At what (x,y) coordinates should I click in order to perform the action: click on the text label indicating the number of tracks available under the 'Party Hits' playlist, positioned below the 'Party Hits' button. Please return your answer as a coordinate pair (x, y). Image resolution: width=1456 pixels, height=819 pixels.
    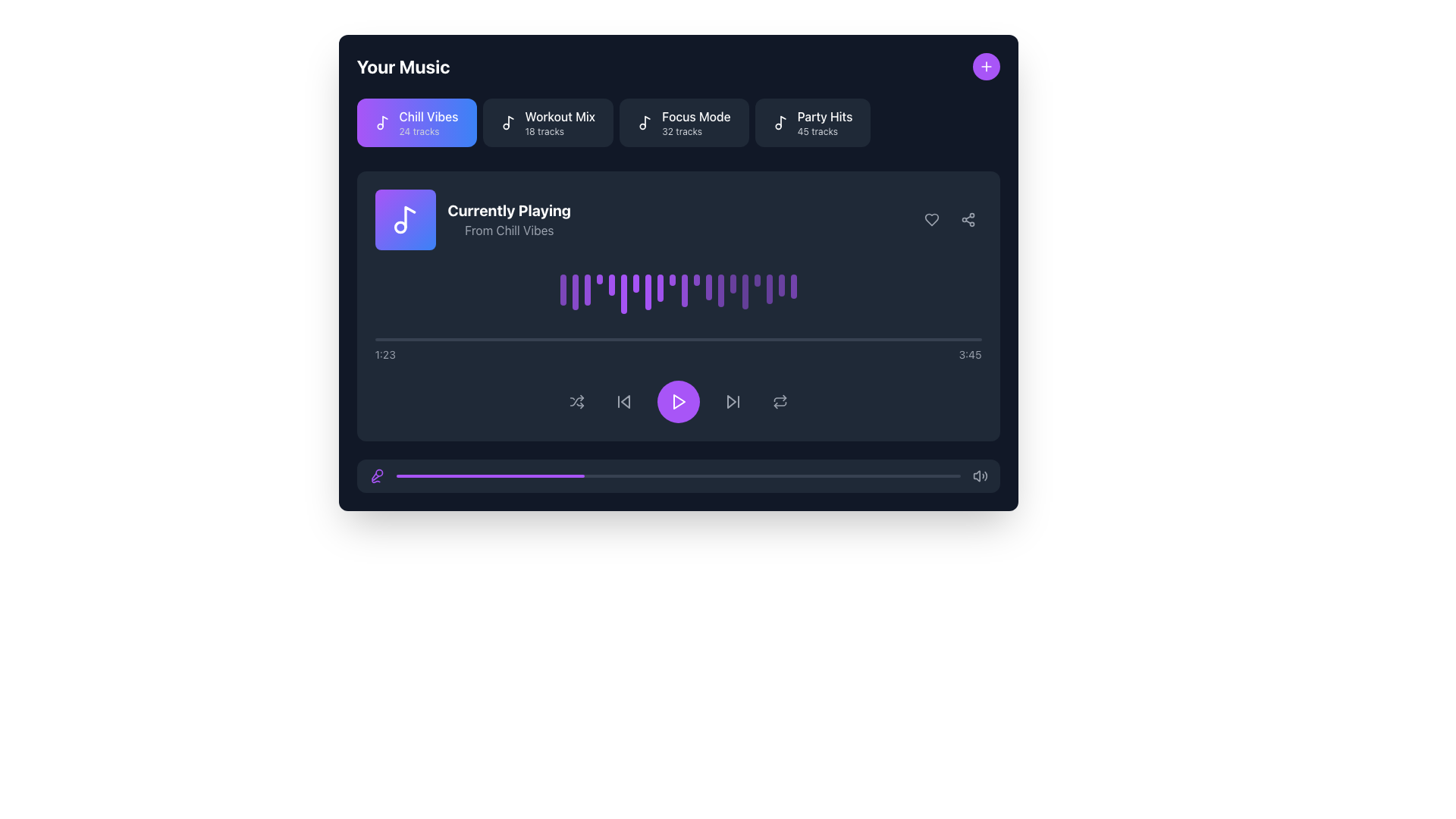
    Looking at the image, I should click on (817, 130).